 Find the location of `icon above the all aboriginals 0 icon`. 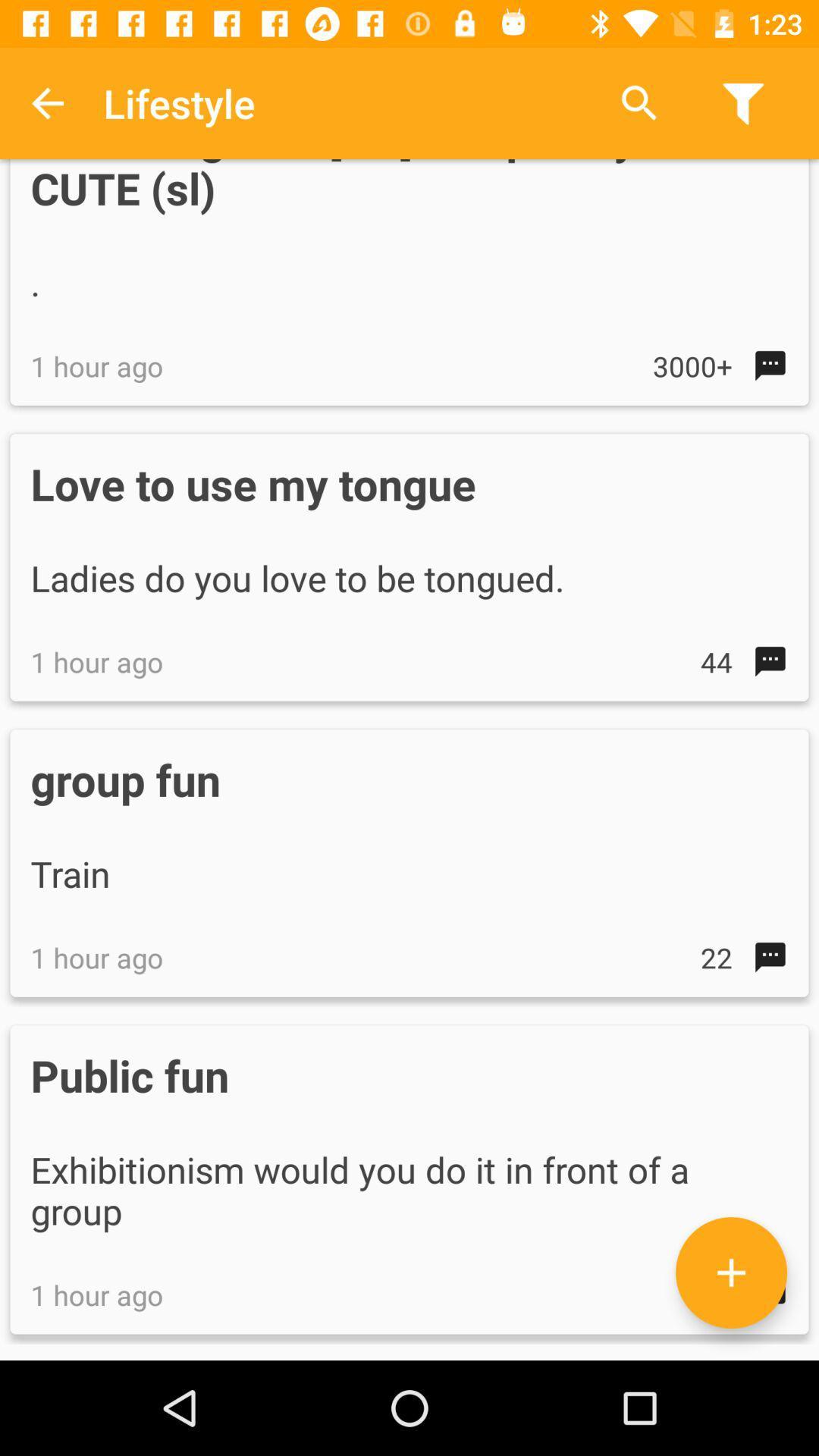

icon above the all aboriginals 0 icon is located at coordinates (46, 102).